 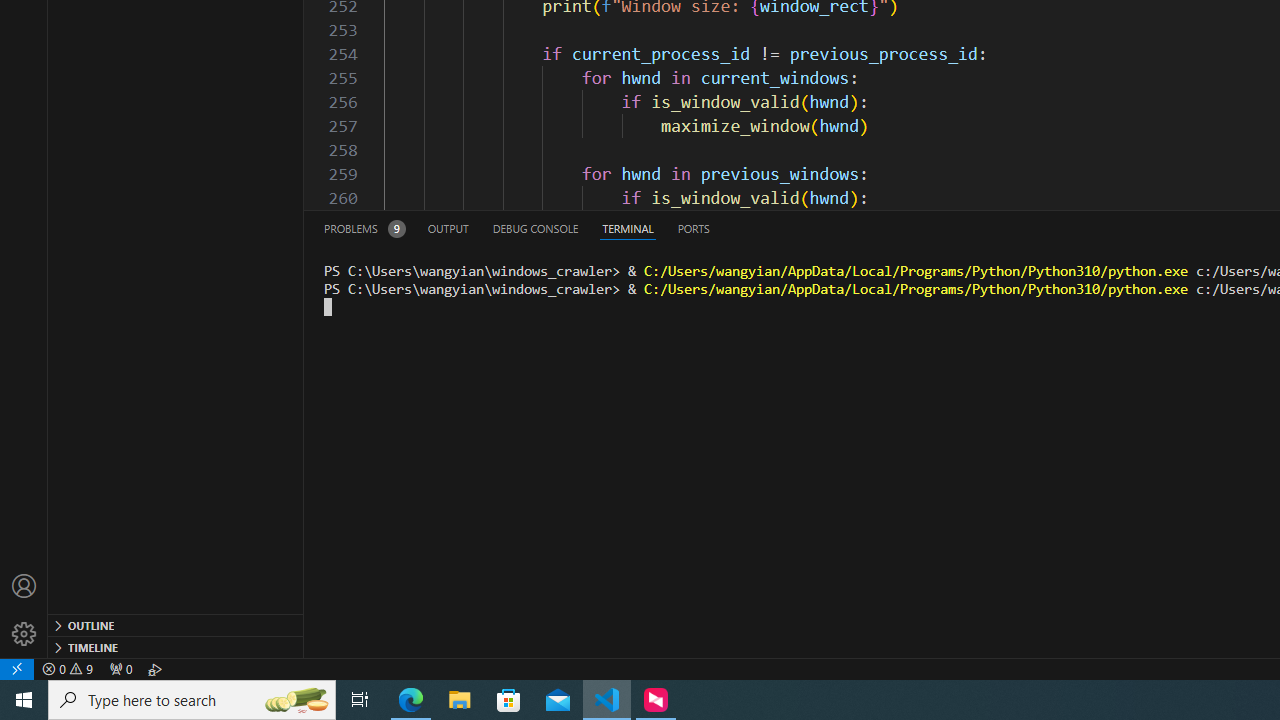 I want to click on 'Timeline Section', so click(x=176, y=646).